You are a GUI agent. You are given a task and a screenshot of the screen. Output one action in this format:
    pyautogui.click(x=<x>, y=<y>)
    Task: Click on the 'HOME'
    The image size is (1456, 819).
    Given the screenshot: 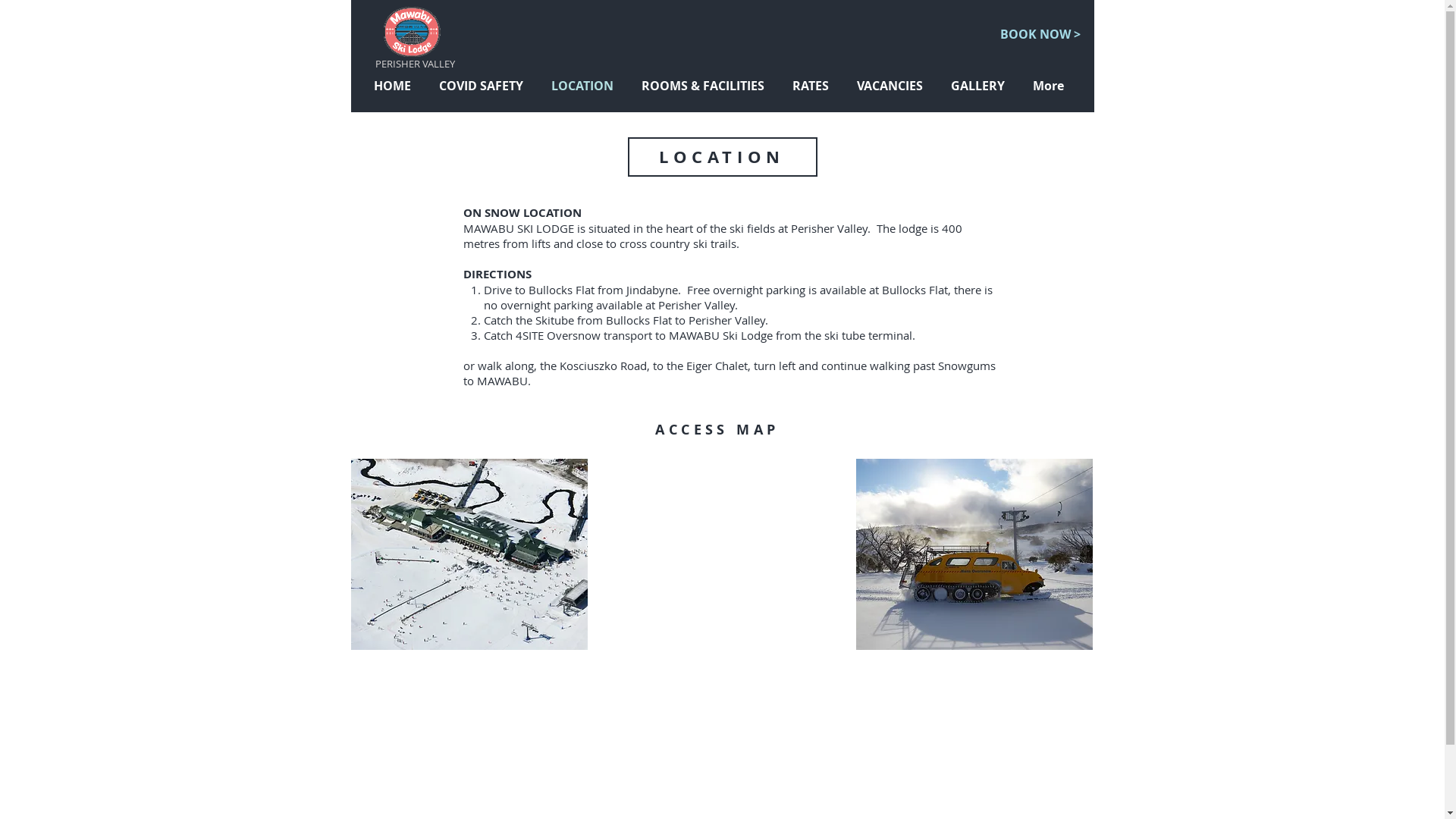 What is the action you would take?
    pyautogui.click(x=395, y=86)
    